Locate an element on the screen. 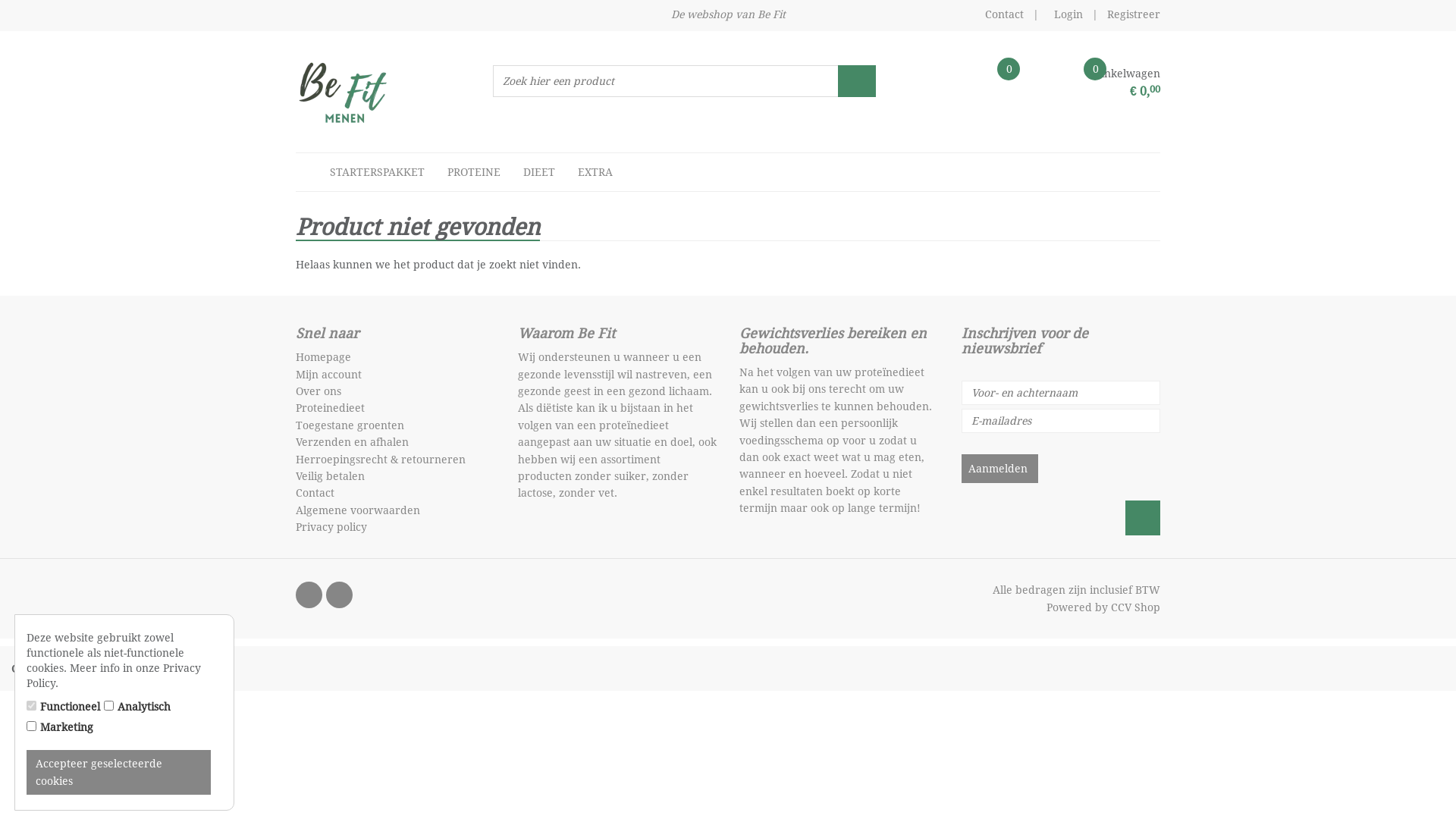 The width and height of the screenshot is (1456, 819). 'Toegestane groenten' is located at coordinates (349, 425).